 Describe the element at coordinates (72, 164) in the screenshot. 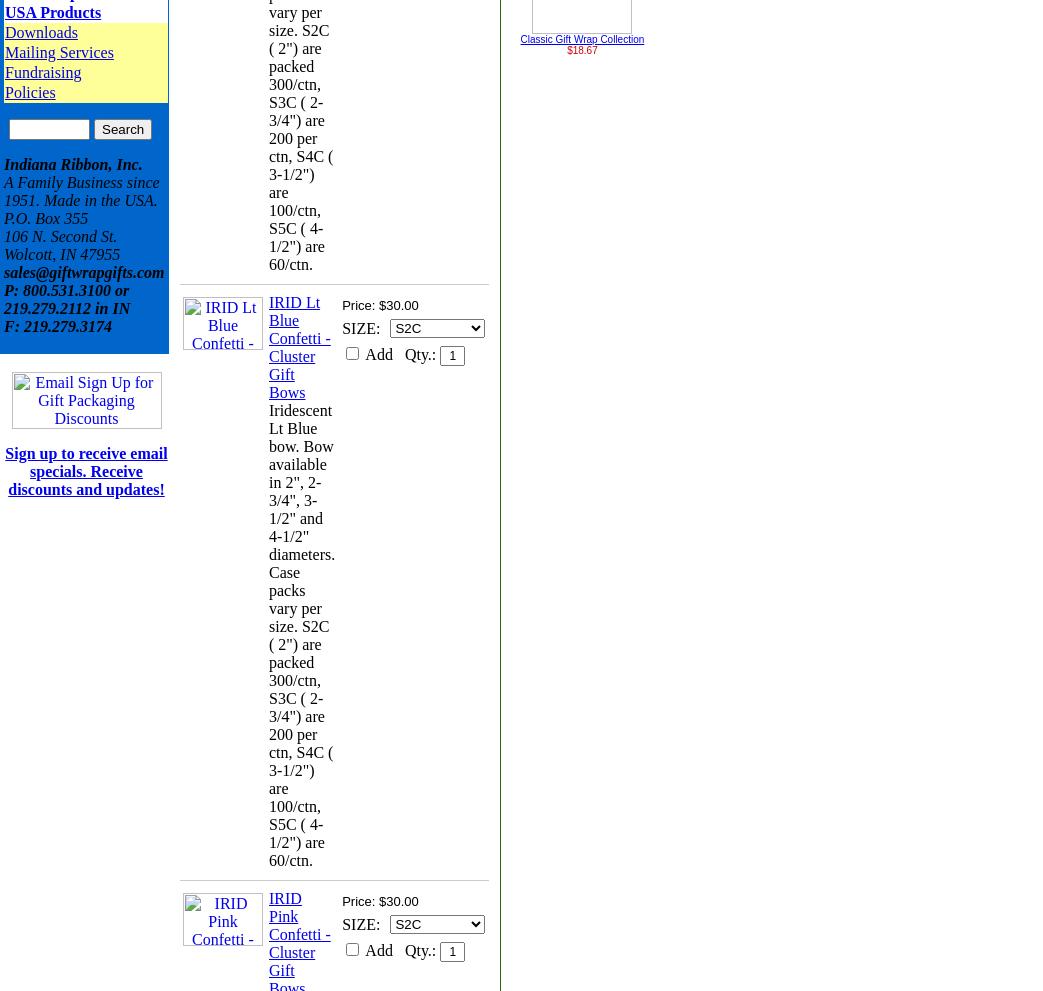

I see `'Indiana Ribbon, Inc.'` at that location.